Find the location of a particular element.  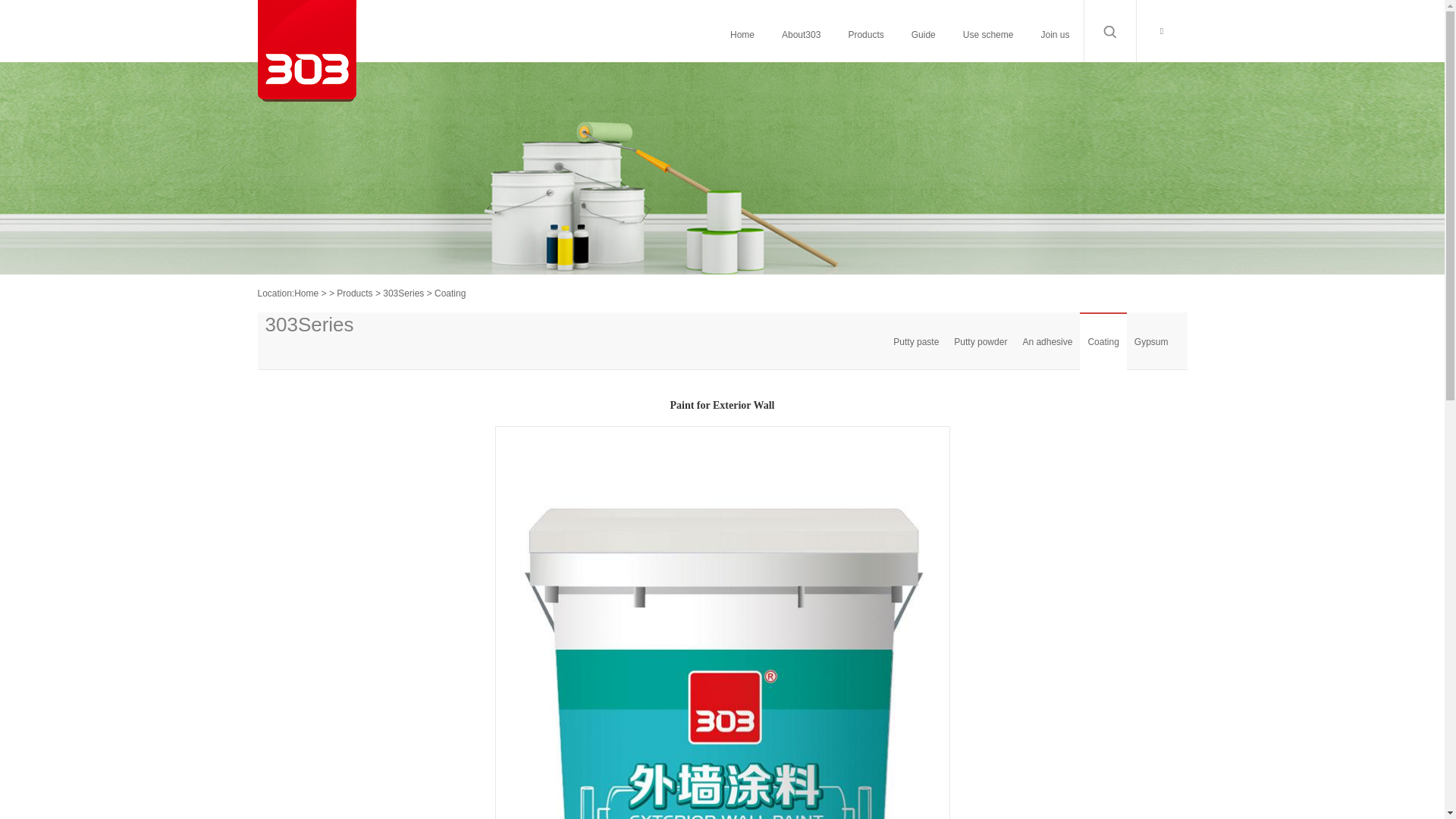

'About303' is located at coordinates (800, 34).